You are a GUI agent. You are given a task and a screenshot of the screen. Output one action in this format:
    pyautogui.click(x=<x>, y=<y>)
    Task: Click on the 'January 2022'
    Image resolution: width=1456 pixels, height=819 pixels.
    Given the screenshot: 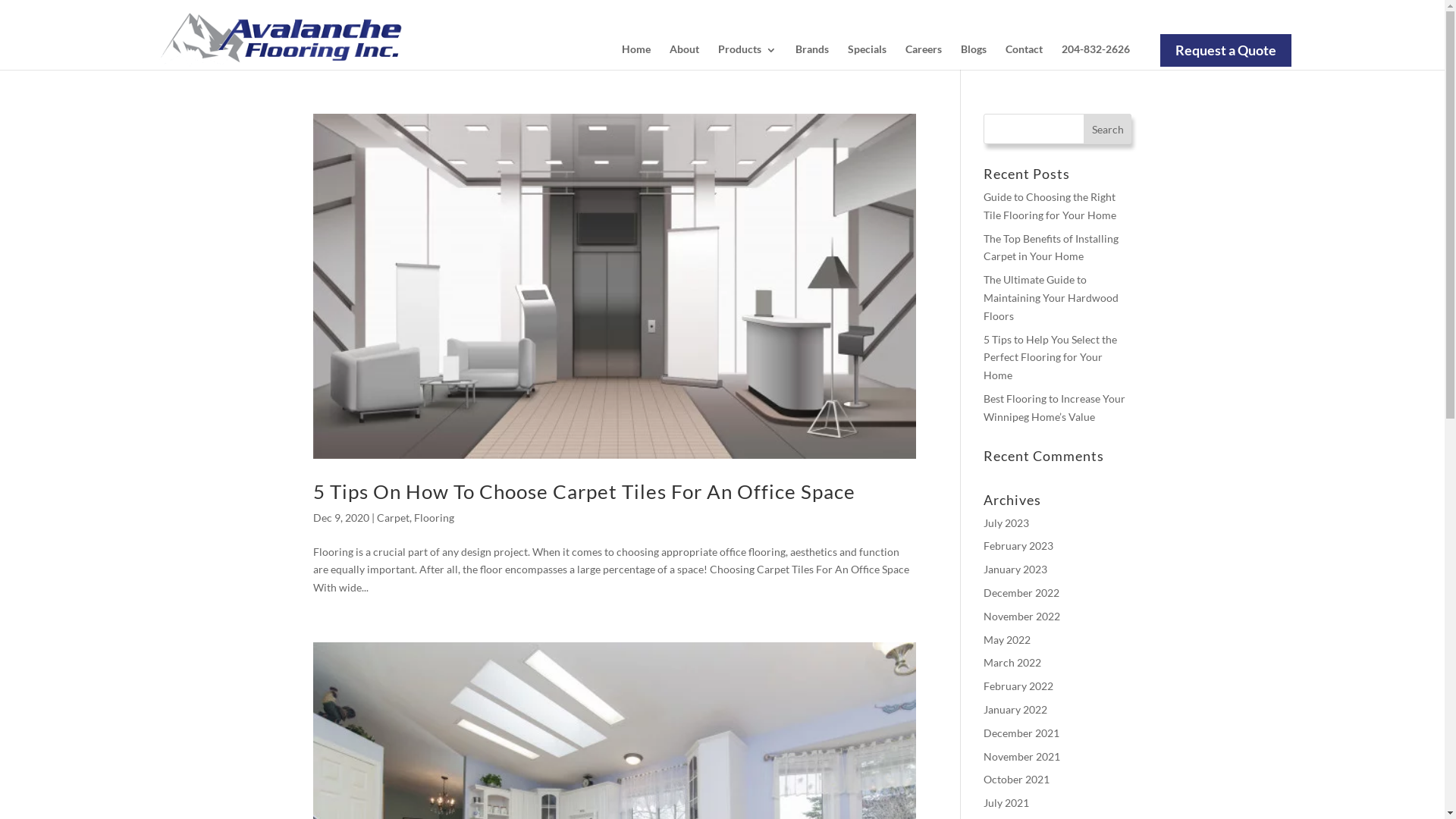 What is the action you would take?
    pyautogui.click(x=1015, y=709)
    